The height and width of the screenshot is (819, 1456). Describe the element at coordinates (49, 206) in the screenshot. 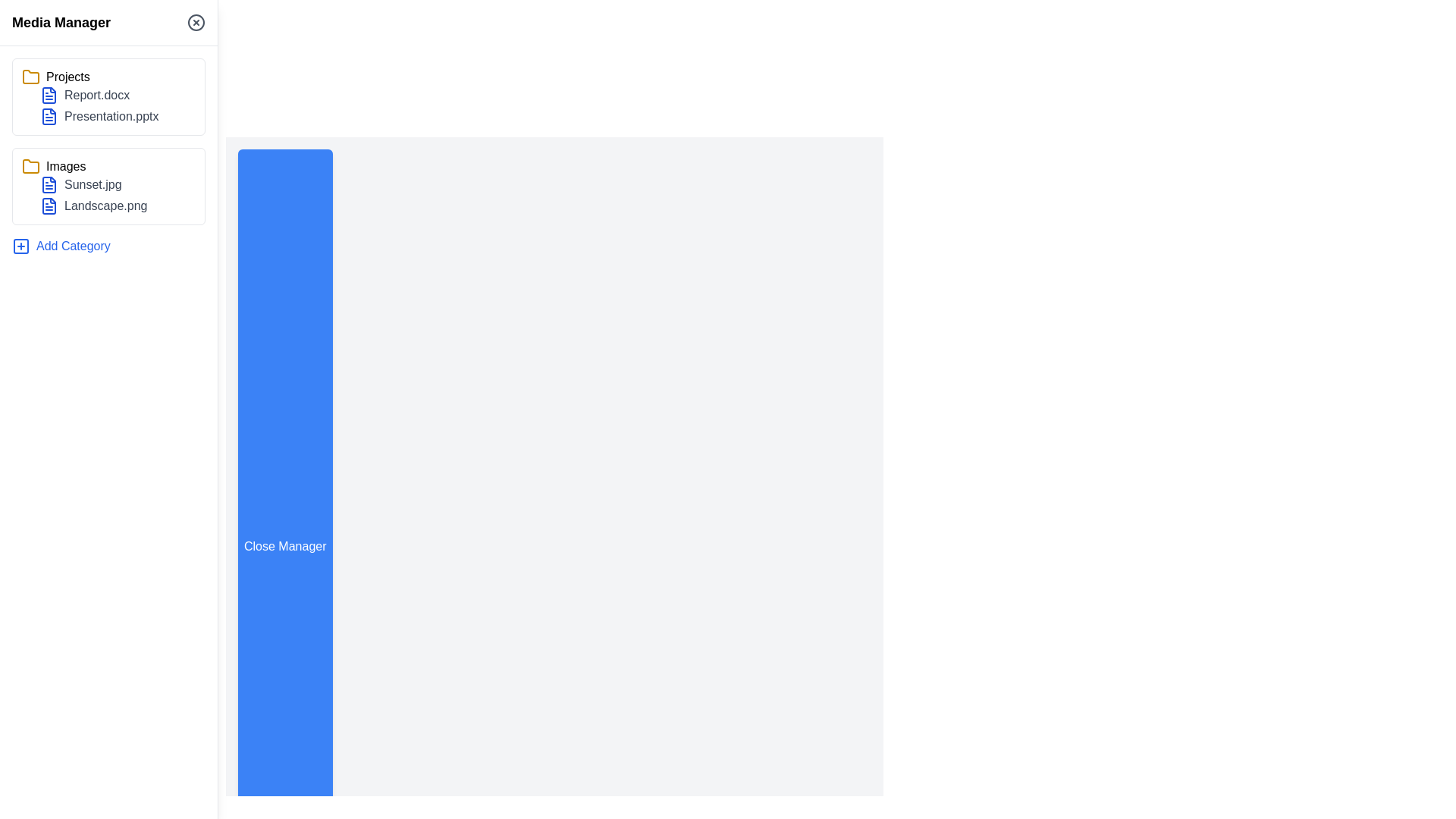

I see `the file icon representing 'Landscape.png' located in the left sidebar under the 'Images' section` at that location.